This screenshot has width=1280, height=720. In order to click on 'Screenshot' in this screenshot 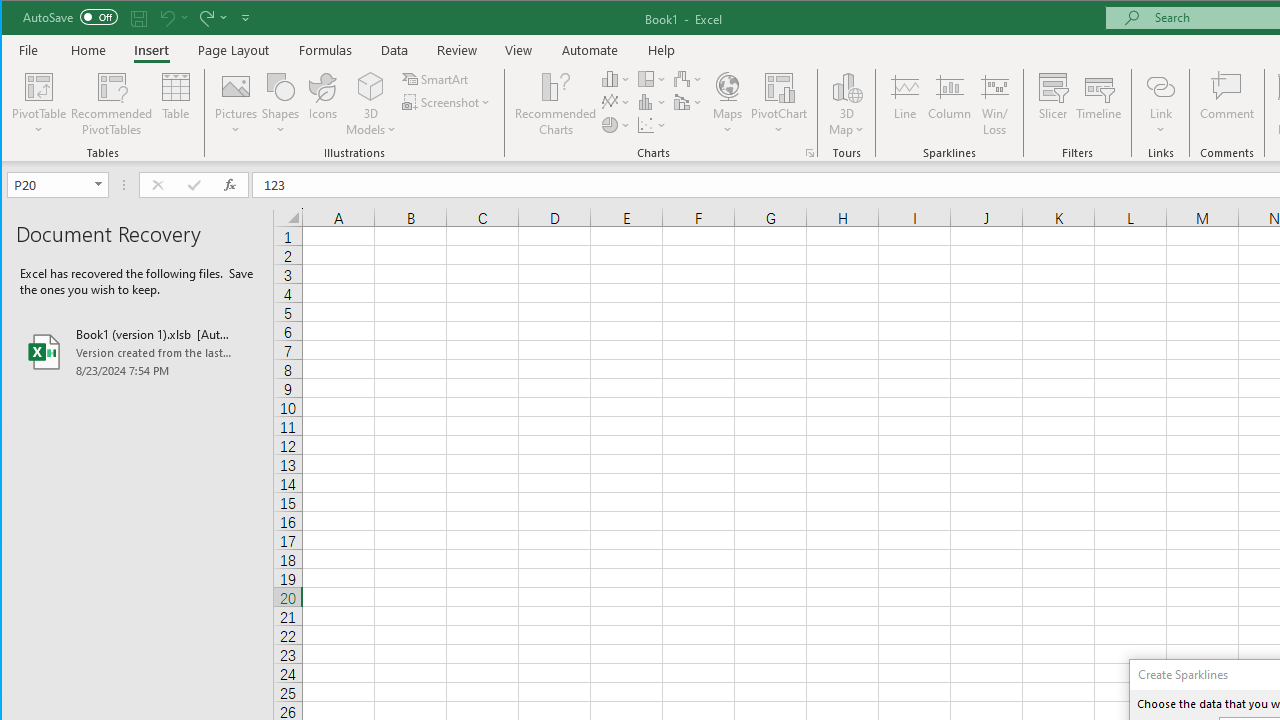, I will do `click(447, 102)`.